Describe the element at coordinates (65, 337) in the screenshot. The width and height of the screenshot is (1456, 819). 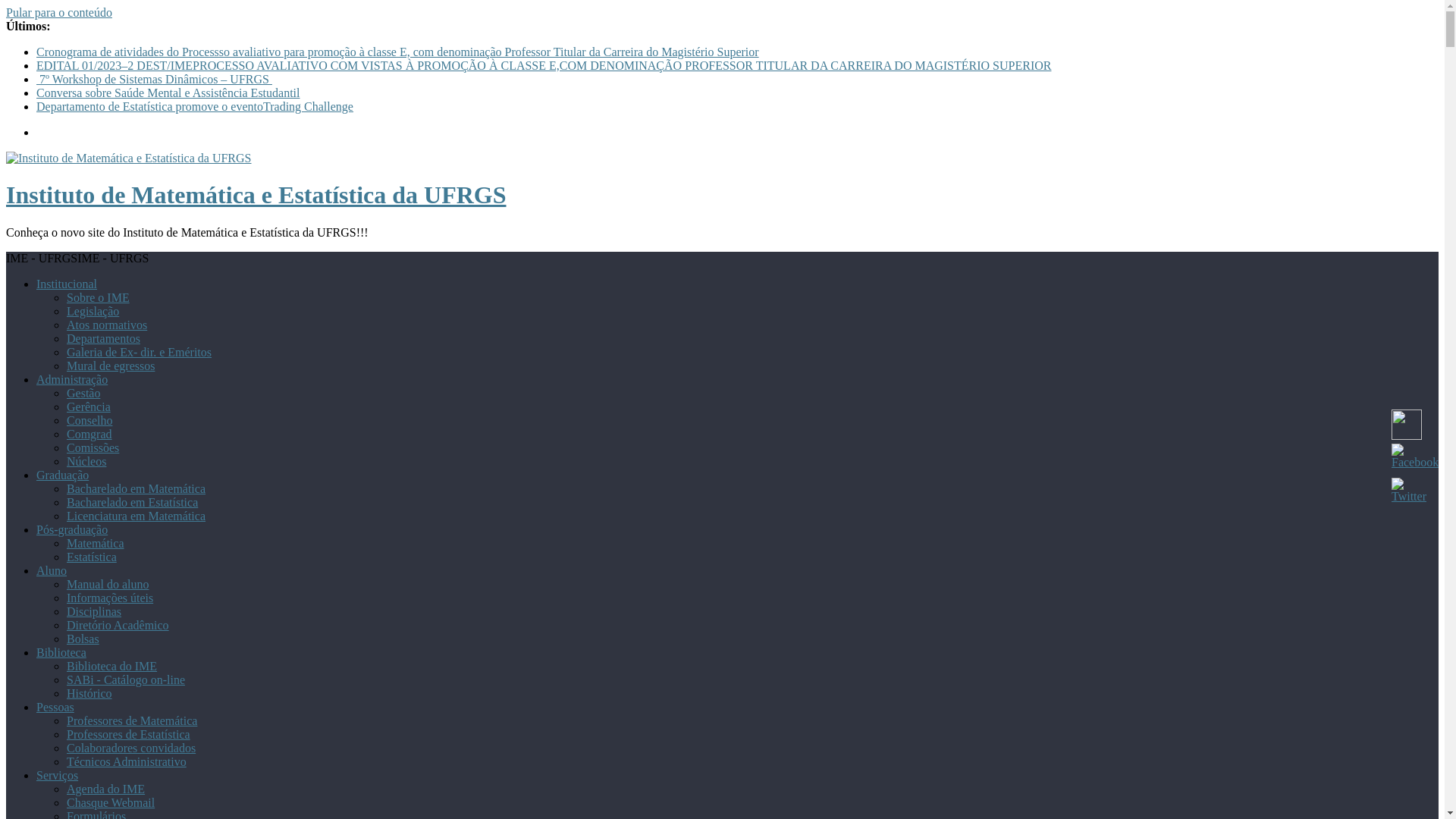
I see `'Departamentos'` at that location.